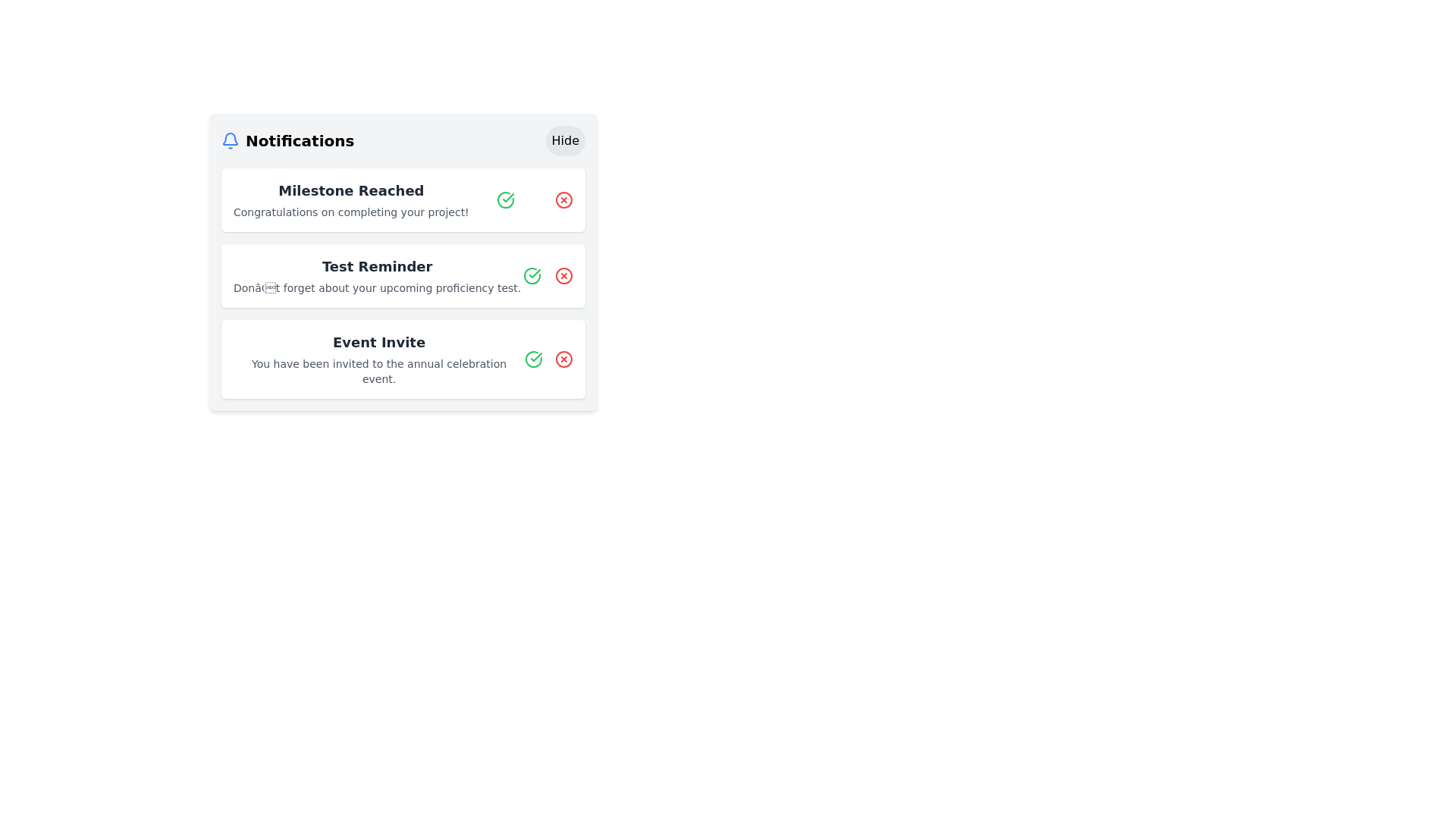  Describe the element at coordinates (377, 275) in the screenshot. I see `the notification text block displaying 'Test Reminder' with the description 'Don’t forget about your upcoming proficiency test.'` at that location.